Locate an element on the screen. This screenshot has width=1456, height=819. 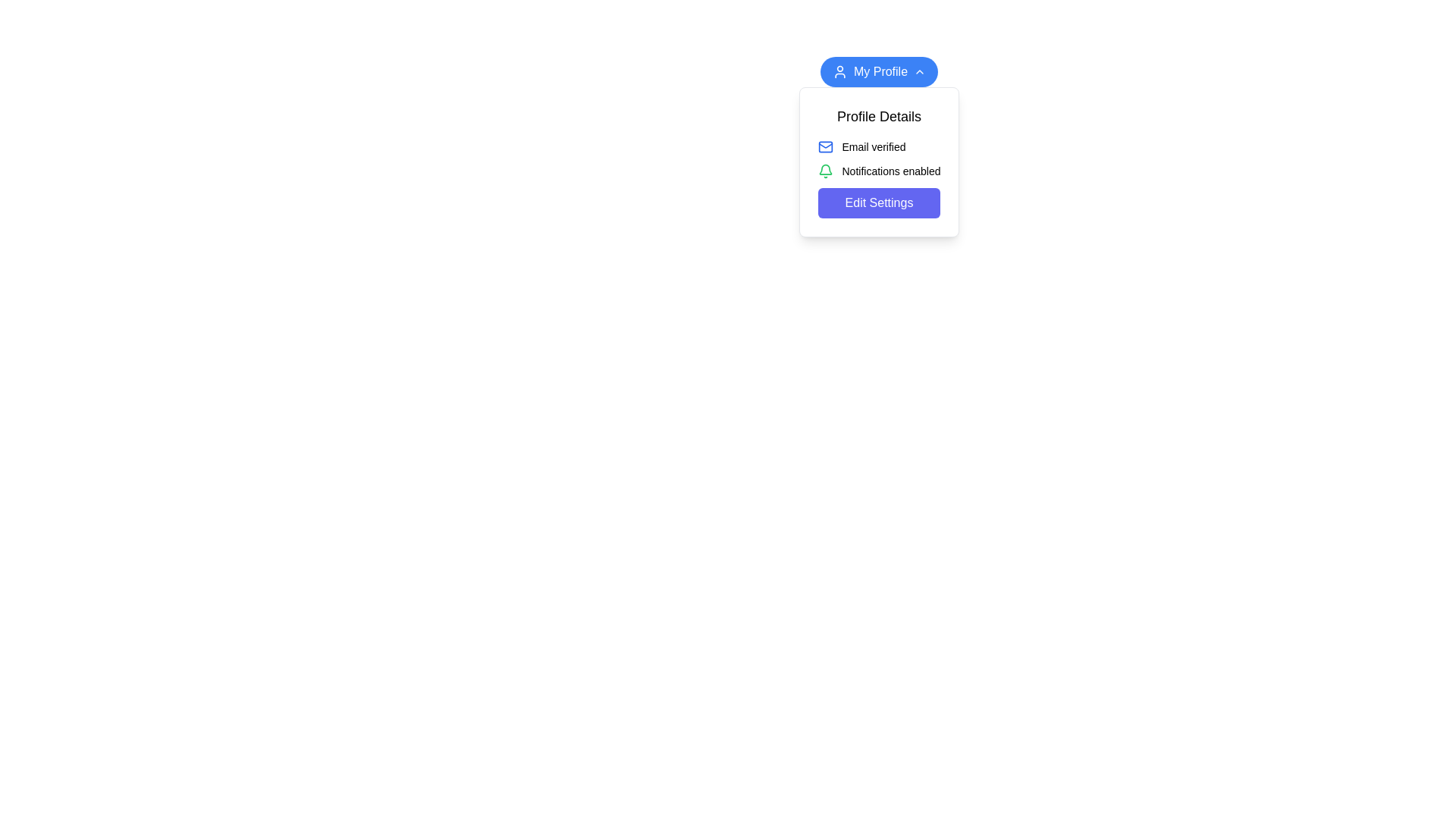
the settings button located beneath the 'My Profile' heading in the dropdown card, positioned below the 'Notifications enabled' text is located at coordinates (879, 202).